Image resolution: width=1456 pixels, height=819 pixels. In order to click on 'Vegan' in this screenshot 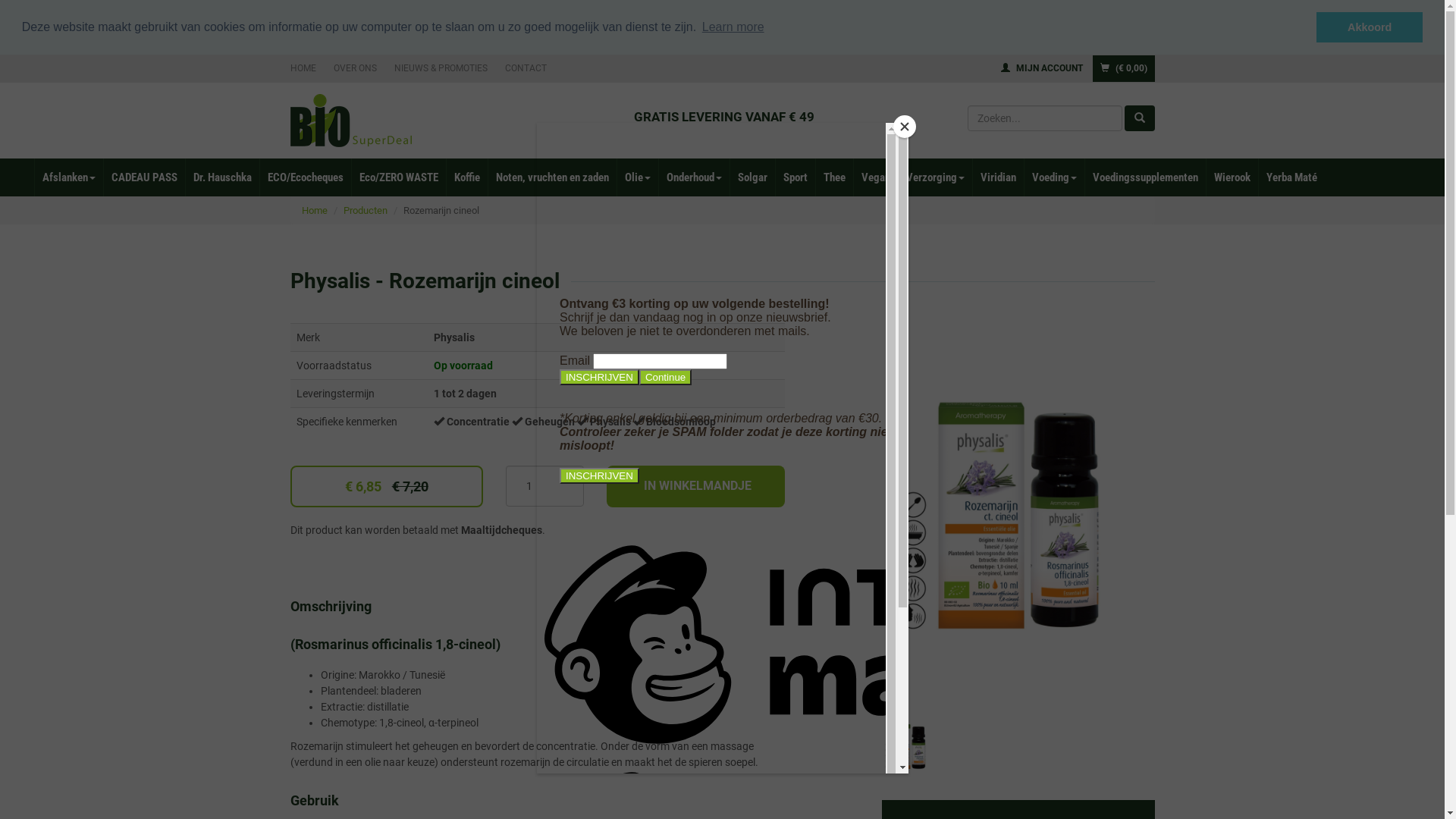, I will do `click(875, 175)`.